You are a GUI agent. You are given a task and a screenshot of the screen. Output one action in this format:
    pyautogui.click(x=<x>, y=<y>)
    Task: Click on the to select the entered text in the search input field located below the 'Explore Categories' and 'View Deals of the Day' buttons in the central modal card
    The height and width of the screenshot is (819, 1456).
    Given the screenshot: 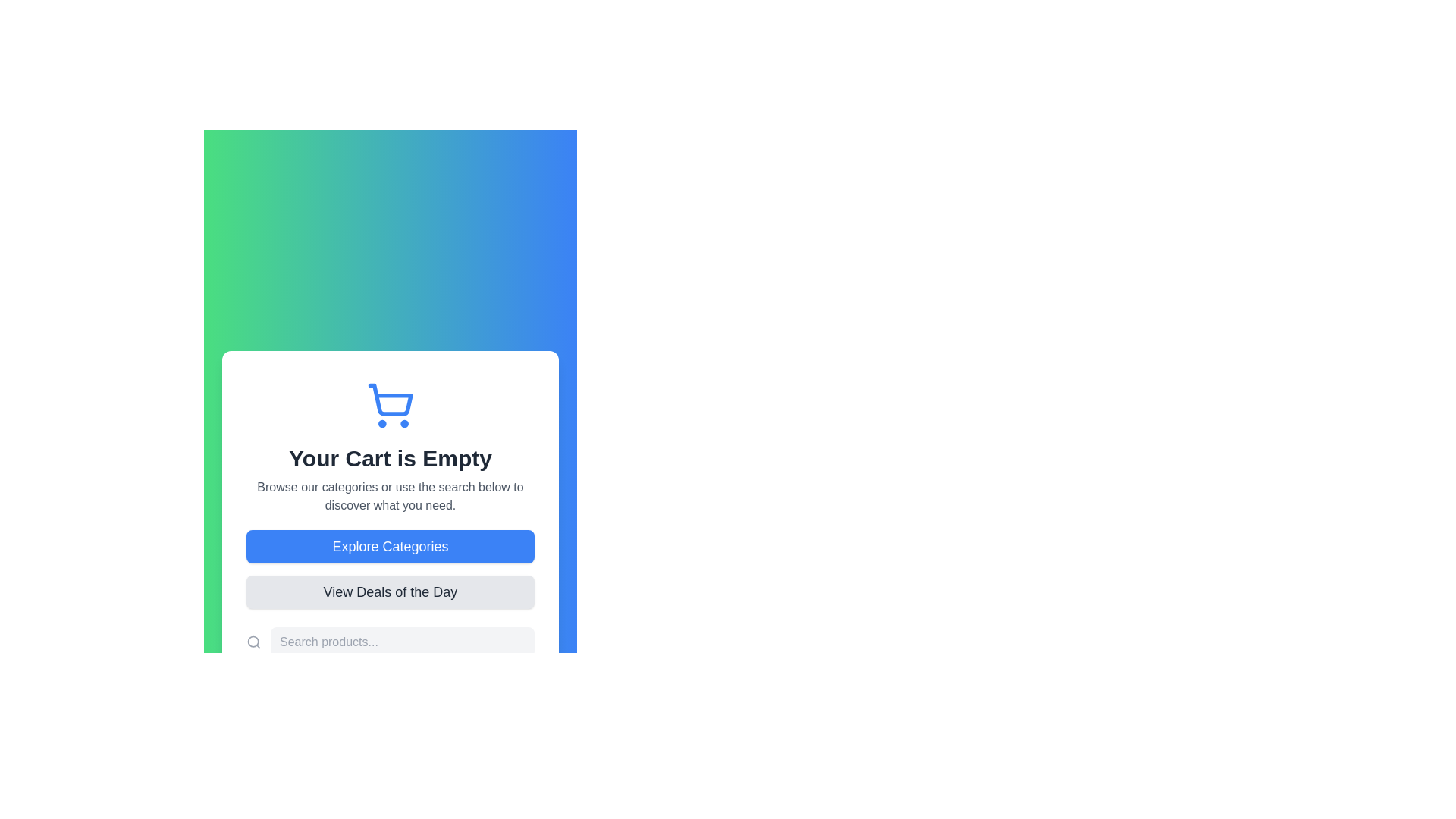 What is the action you would take?
    pyautogui.click(x=390, y=661)
    